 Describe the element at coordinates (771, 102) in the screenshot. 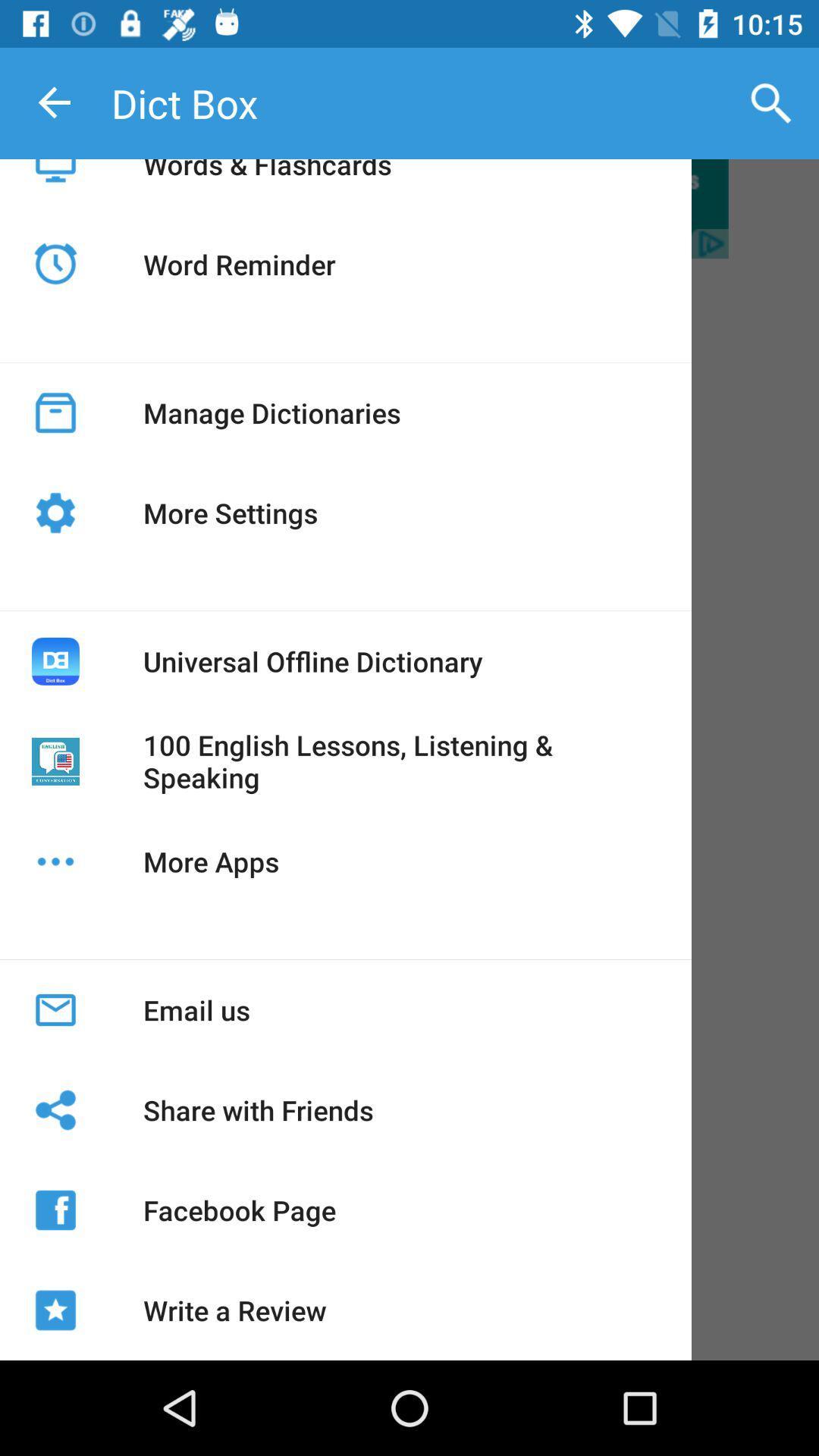

I see `icon to the right of the dict box item` at that location.